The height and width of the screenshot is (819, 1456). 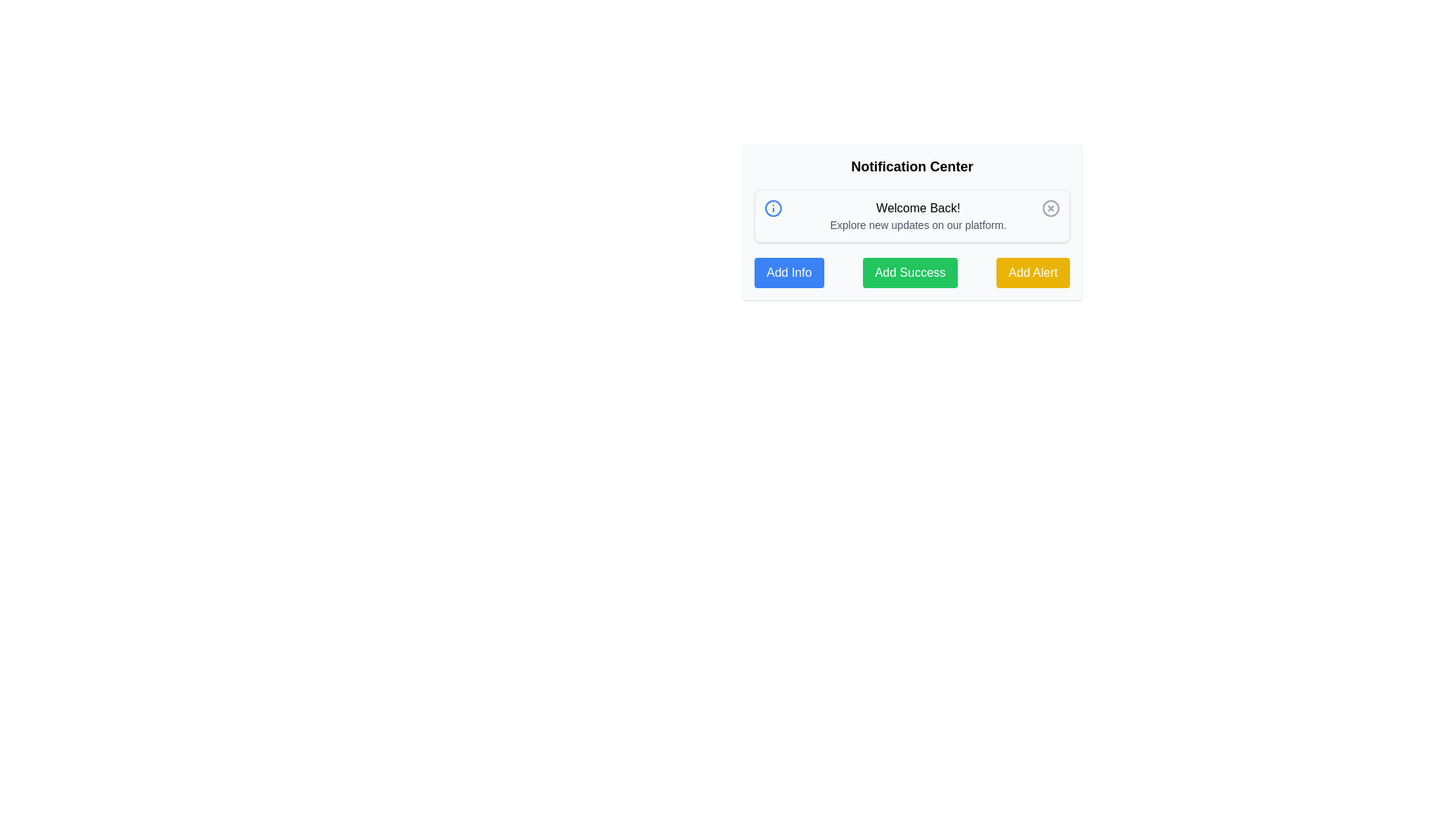 What do you see at coordinates (773, 208) in the screenshot?
I see `the informational icon located near the top-left corner of the notification box, adjacent to the 'Welcome Back!' header` at bounding box center [773, 208].